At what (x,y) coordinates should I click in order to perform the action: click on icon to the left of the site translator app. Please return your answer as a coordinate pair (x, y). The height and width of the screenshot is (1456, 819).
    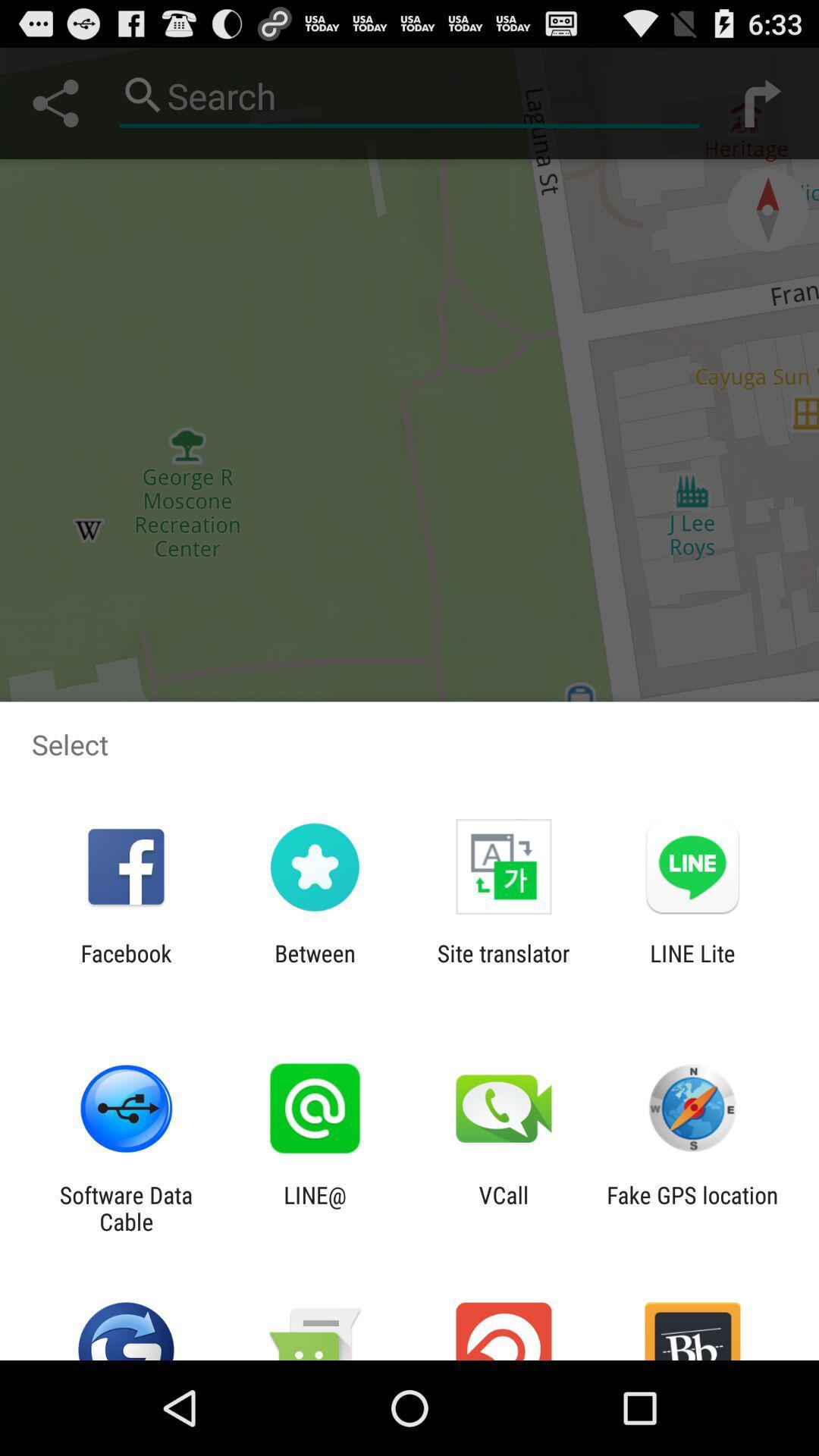
    Looking at the image, I should click on (314, 966).